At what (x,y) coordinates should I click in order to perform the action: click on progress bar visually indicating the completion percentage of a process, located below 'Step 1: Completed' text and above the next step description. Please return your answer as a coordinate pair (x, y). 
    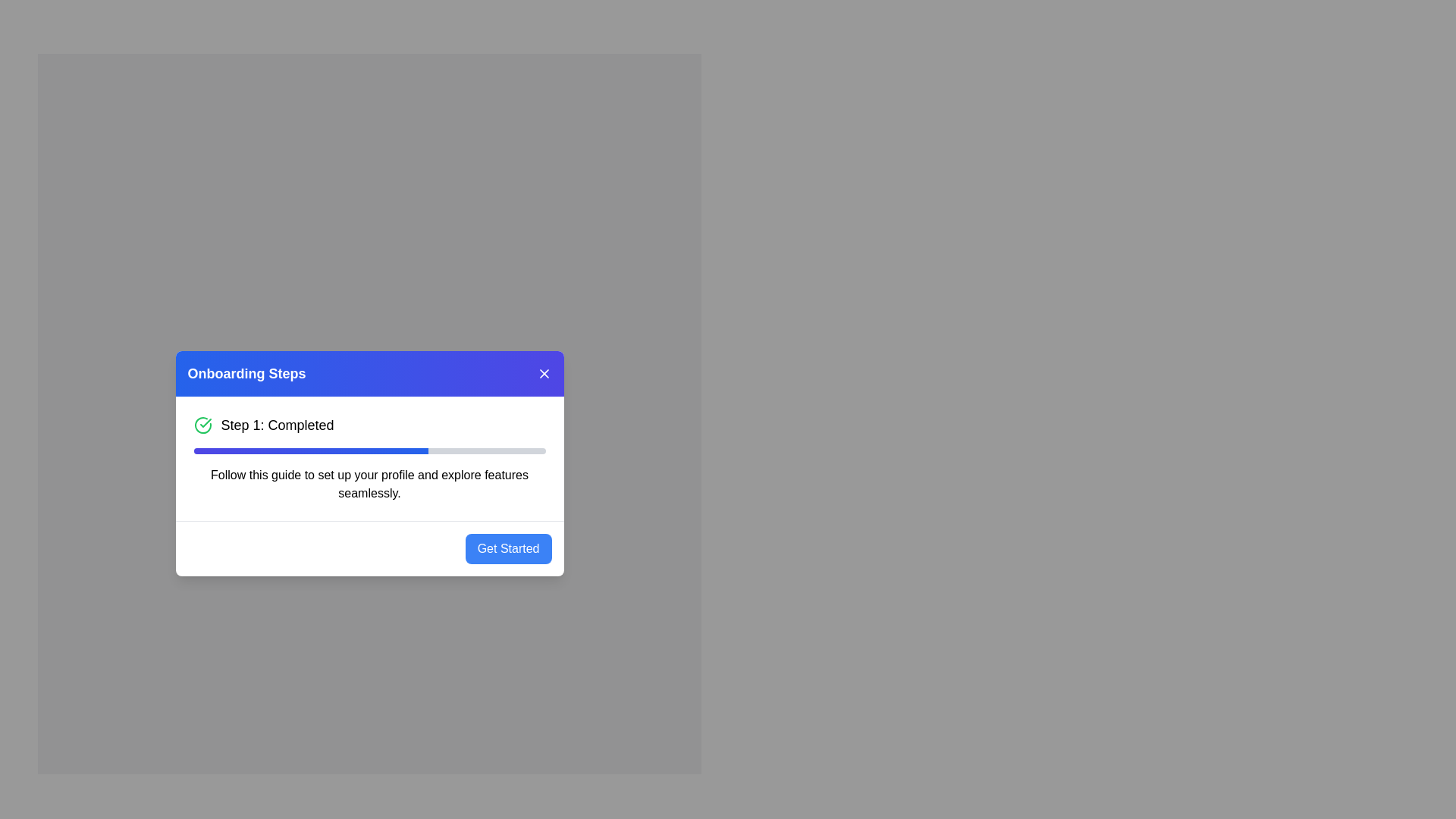
    Looking at the image, I should click on (369, 450).